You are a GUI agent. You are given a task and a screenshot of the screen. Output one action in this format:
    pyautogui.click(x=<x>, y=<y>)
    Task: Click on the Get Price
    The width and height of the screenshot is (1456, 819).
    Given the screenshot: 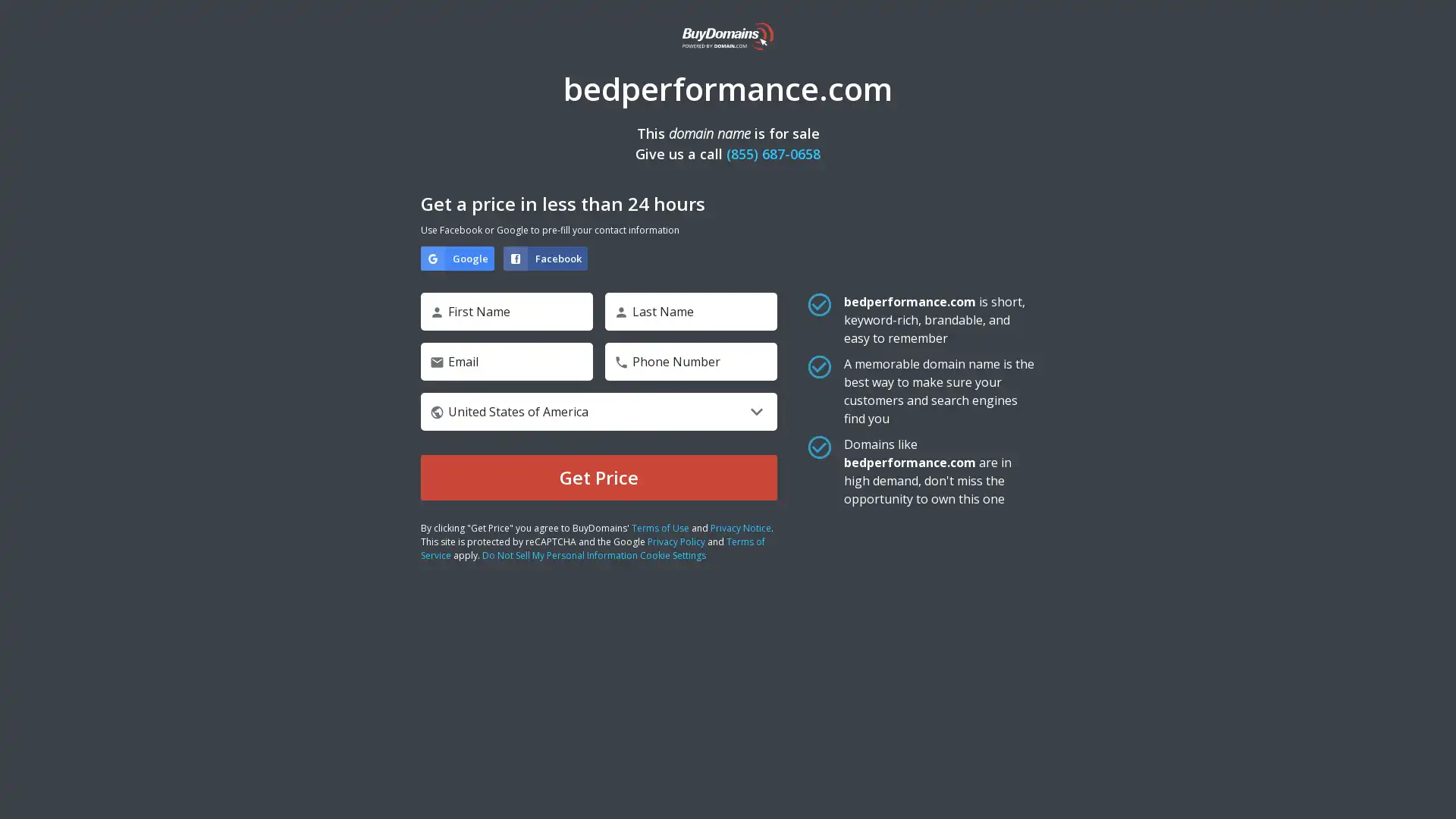 What is the action you would take?
    pyautogui.click(x=598, y=476)
    